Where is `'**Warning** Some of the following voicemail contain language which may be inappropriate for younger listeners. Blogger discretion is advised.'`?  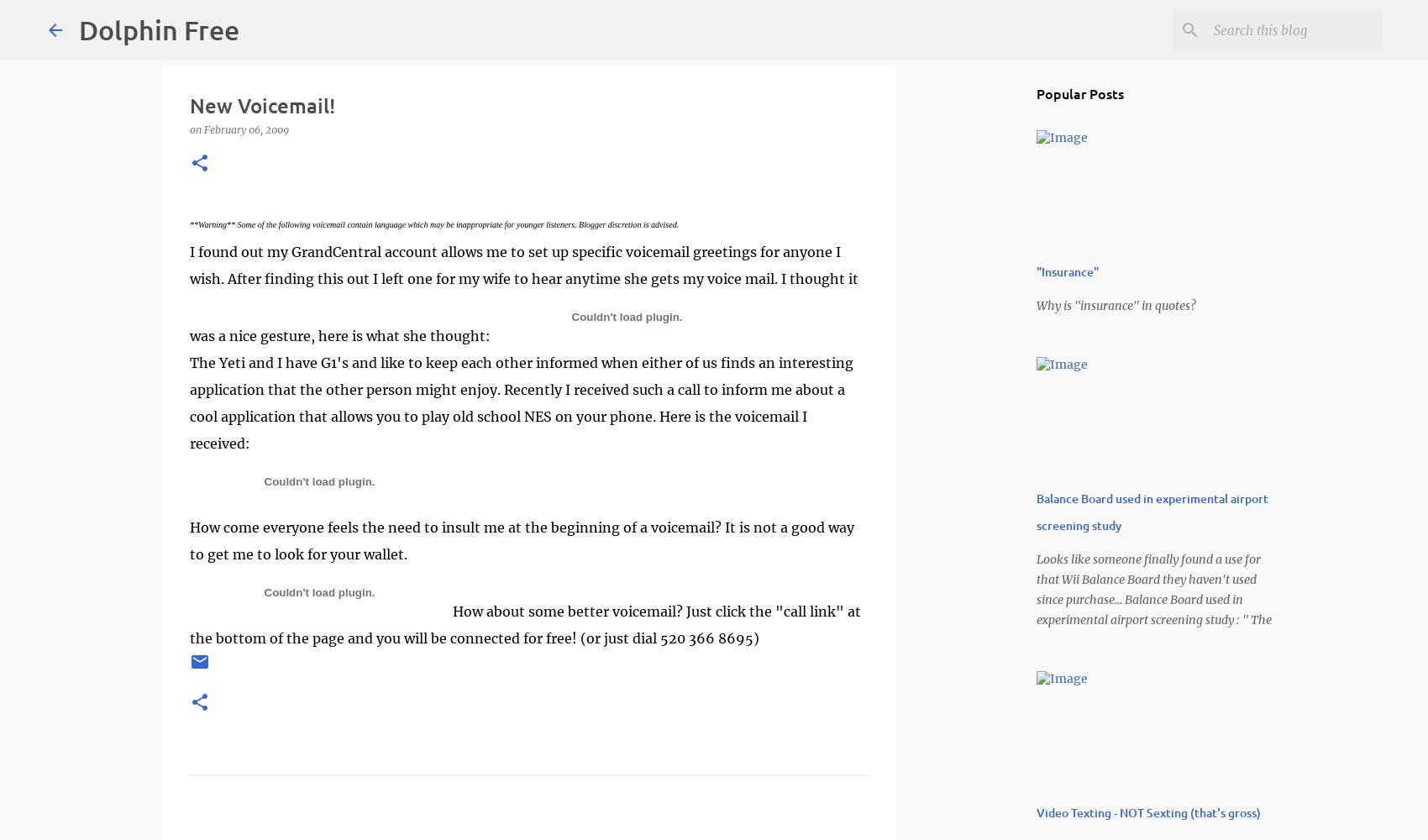
'**Warning** Some of the following voicemail contain language which may be inappropriate for younger listeners. Blogger discretion is advised.' is located at coordinates (433, 224).